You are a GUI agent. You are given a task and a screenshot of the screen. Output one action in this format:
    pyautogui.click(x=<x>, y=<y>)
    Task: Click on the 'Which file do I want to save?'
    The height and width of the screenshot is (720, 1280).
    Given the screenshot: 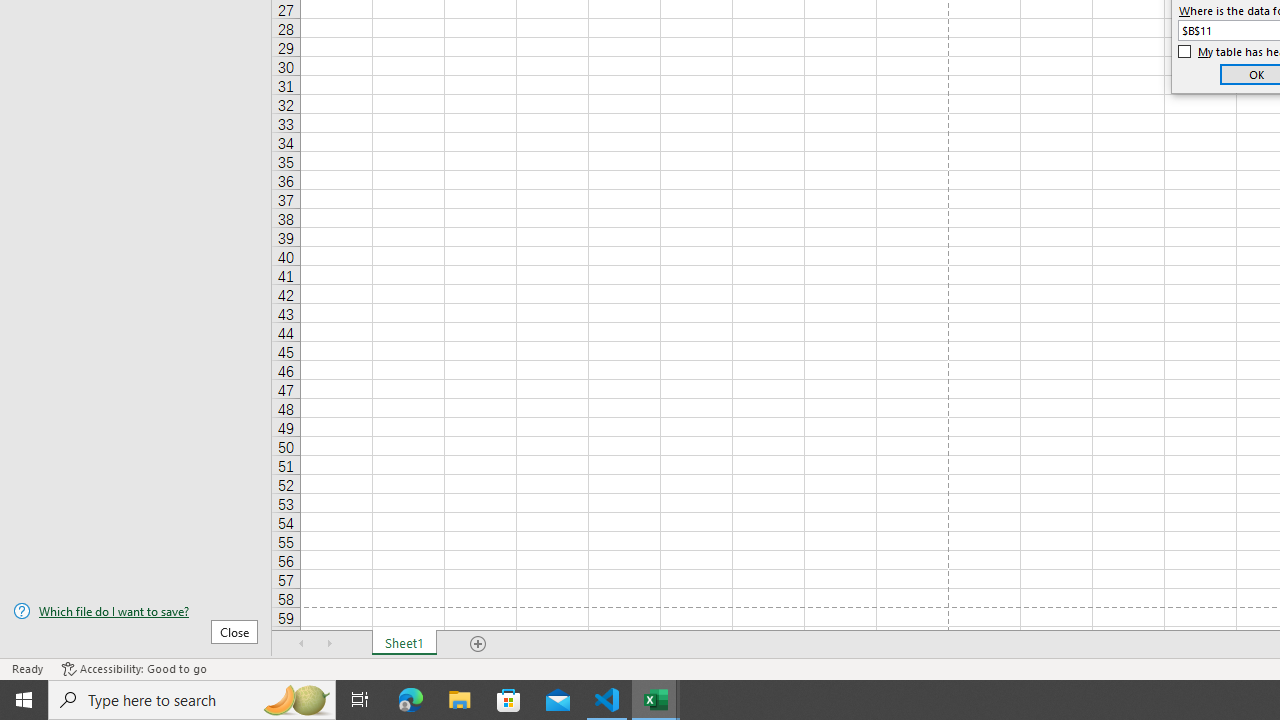 What is the action you would take?
    pyautogui.click(x=135, y=610)
    